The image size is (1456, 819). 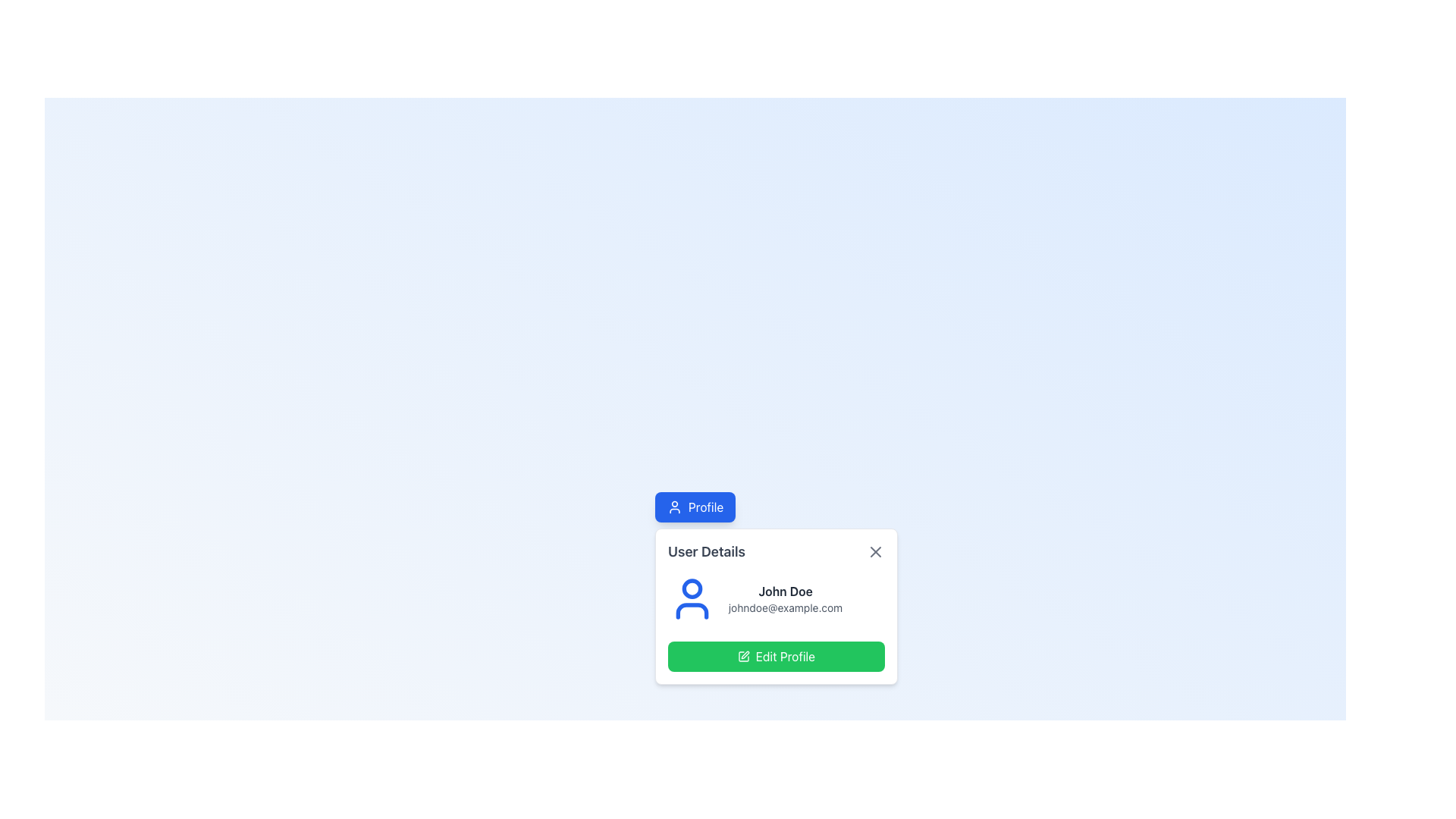 What do you see at coordinates (691, 598) in the screenshot?
I see `the user profile icon located in the top left corner of the user information card, adjacent to the user's name 'John Doe' and email address 'johndoe@example.com'` at bounding box center [691, 598].